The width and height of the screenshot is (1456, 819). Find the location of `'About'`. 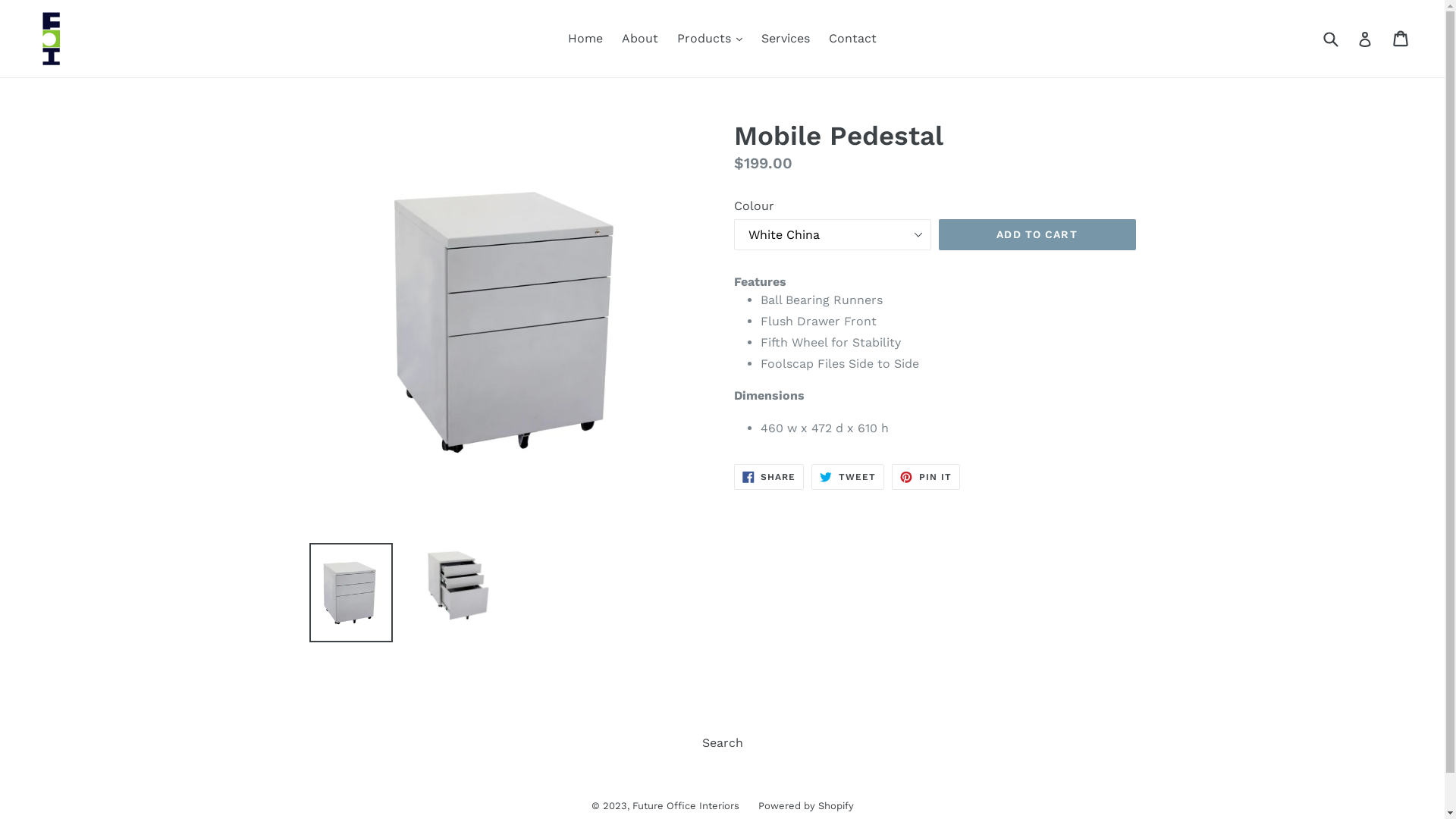

'About' is located at coordinates (640, 37).